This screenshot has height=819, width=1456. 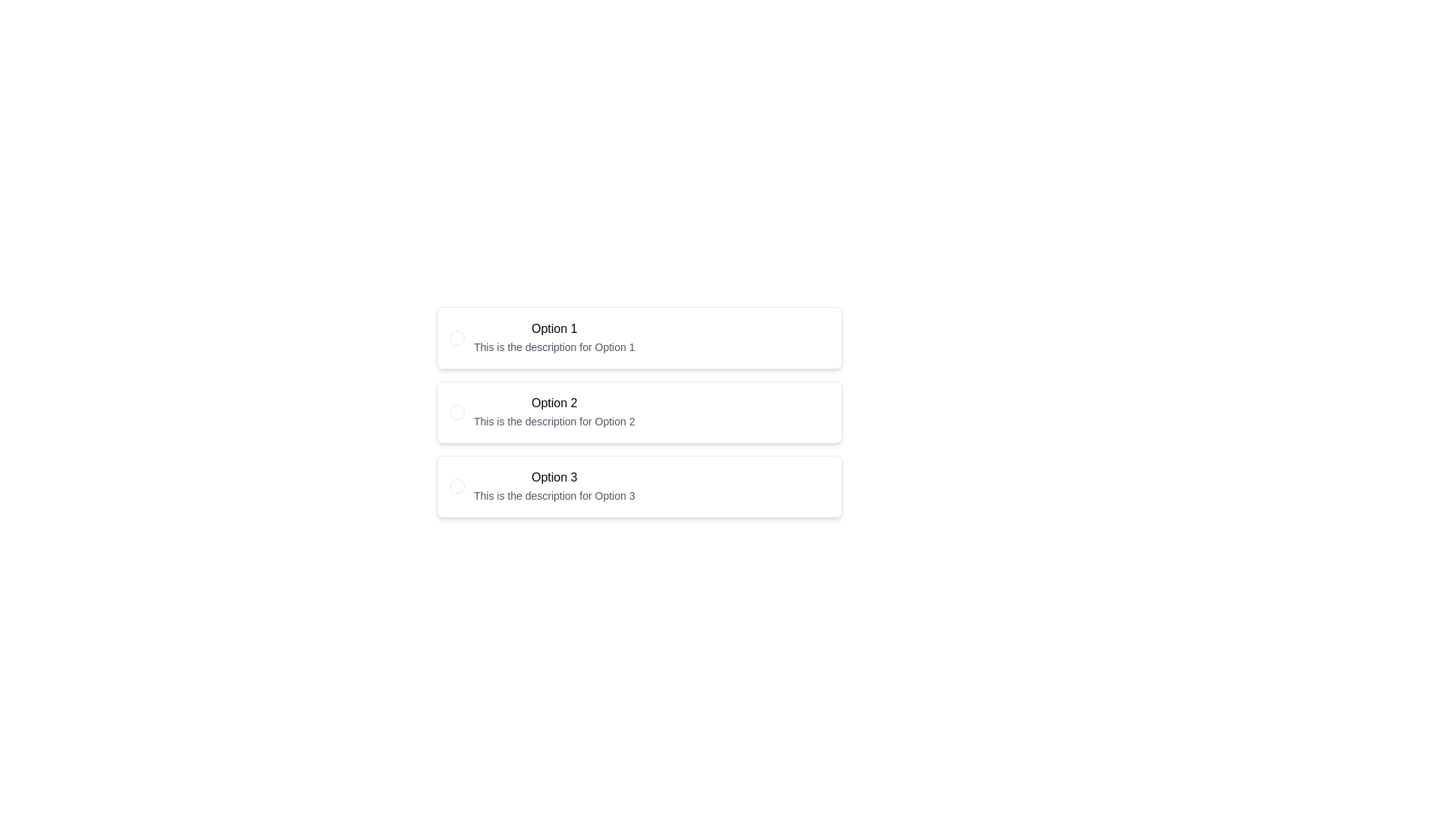 What do you see at coordinates (542, 412) in the screenshot?
I see `the radio button option located centrally in the list of radio buttons, positioned between 'Option 1' and 'Option 3'` at bounding box center [542, 412].